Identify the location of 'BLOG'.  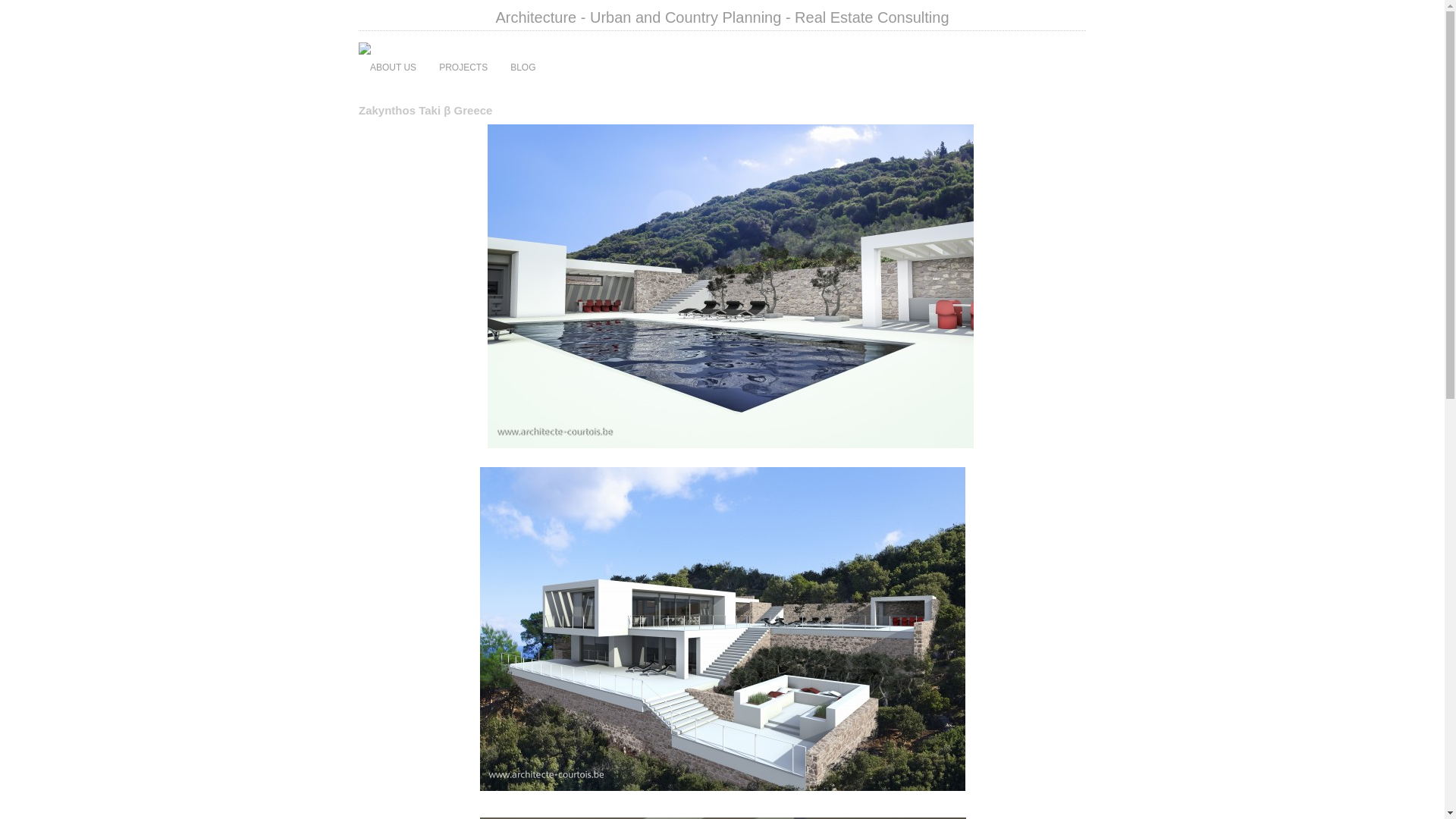
(522, 66).